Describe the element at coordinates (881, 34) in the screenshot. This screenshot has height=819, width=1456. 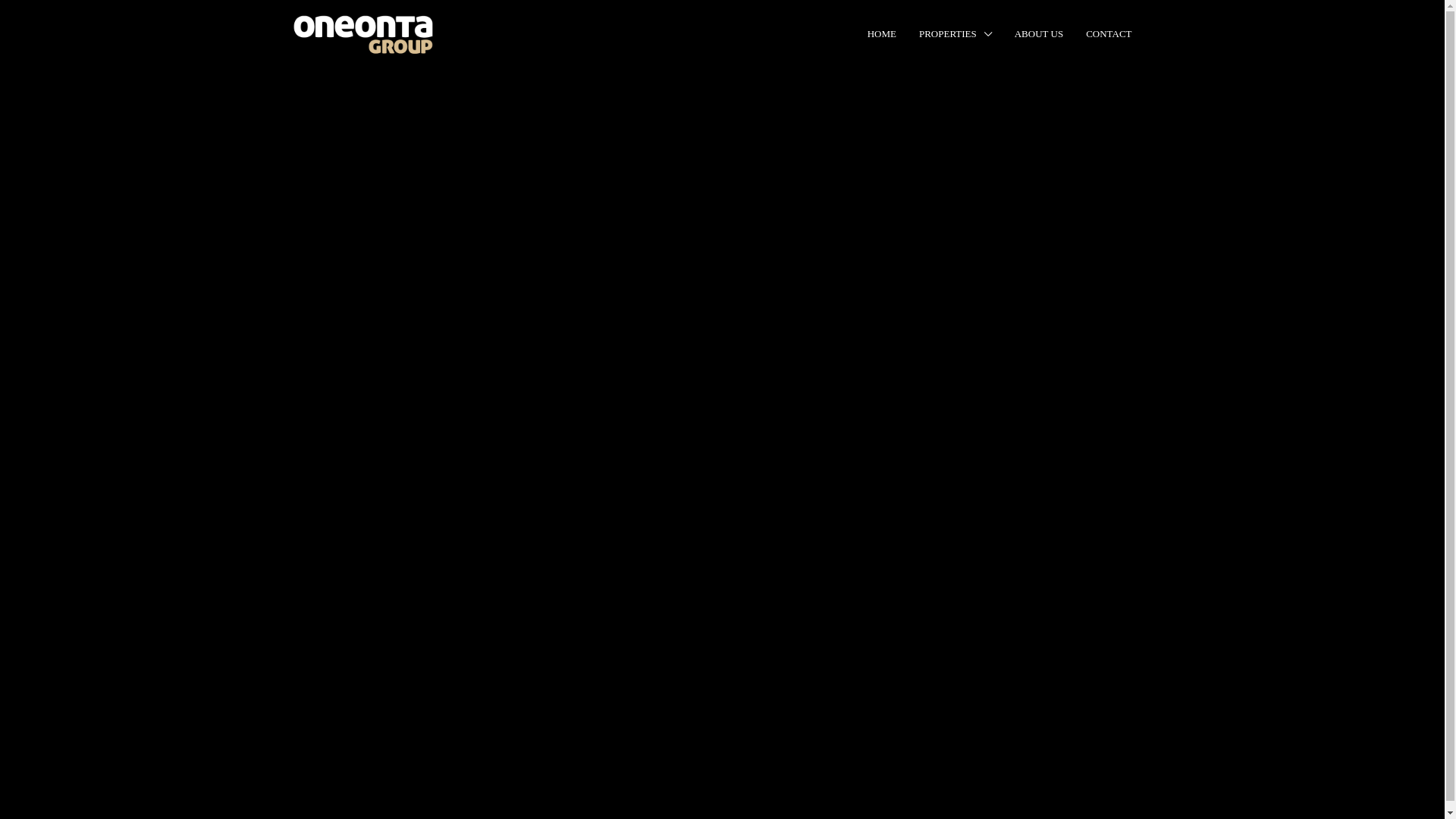
I see `'HOME'` at that location.